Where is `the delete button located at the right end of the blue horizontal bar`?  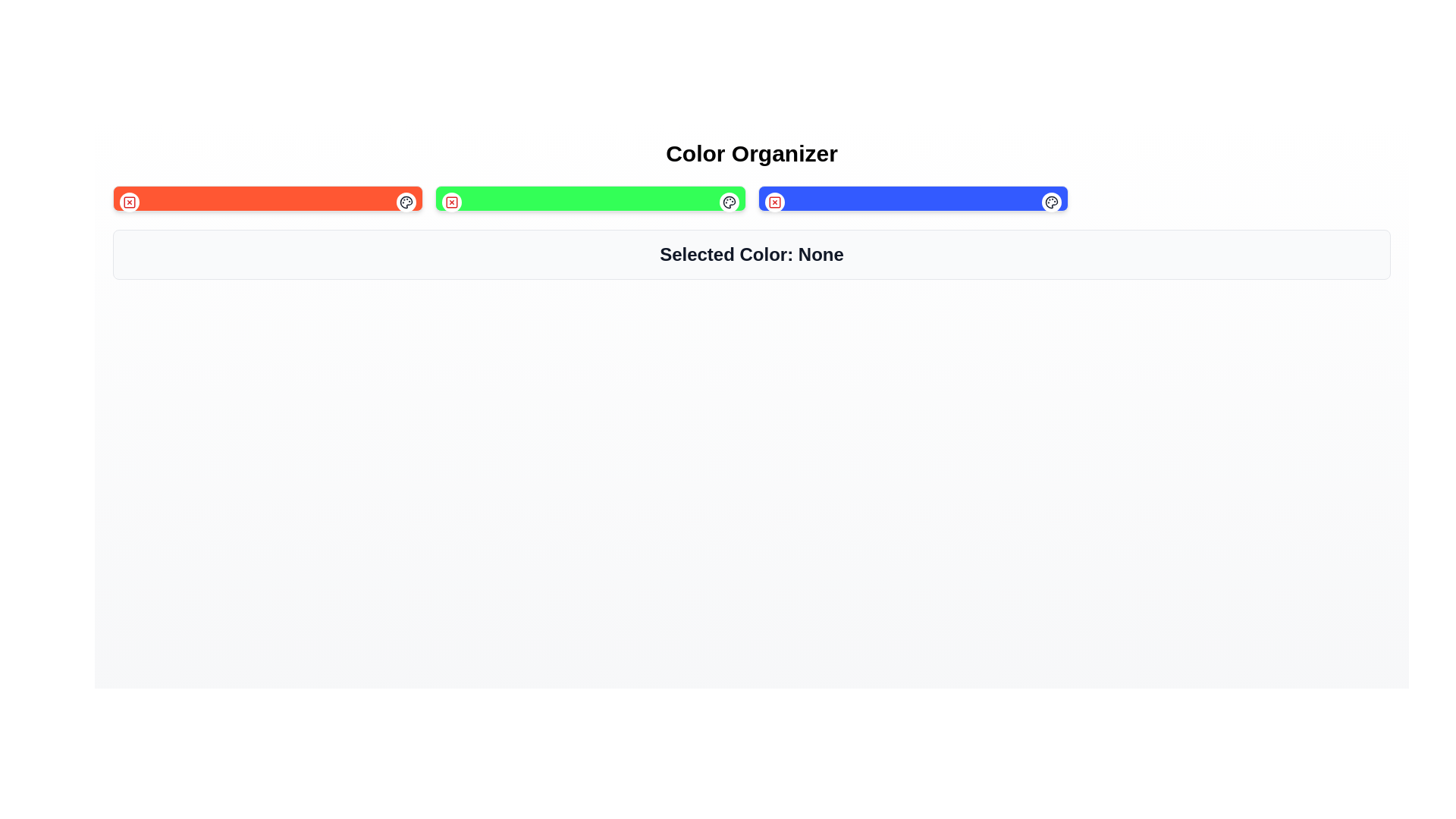 the delete button located at the right end of the blue horizontal bar is located at coordinates (774, 201).